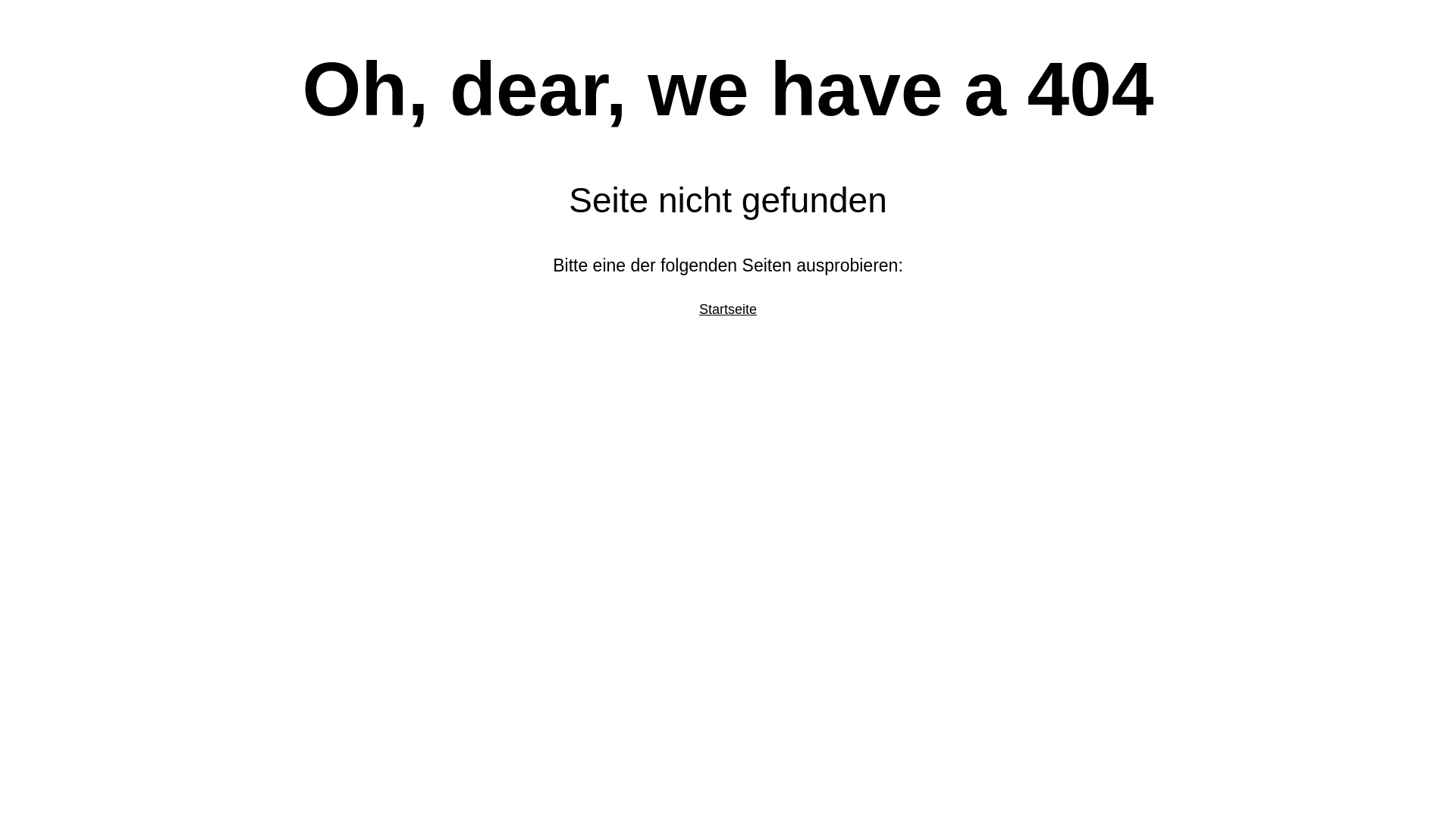 This screenshot has height=819, width=1456. I want to click on 'Startseite', so click(698, 309).